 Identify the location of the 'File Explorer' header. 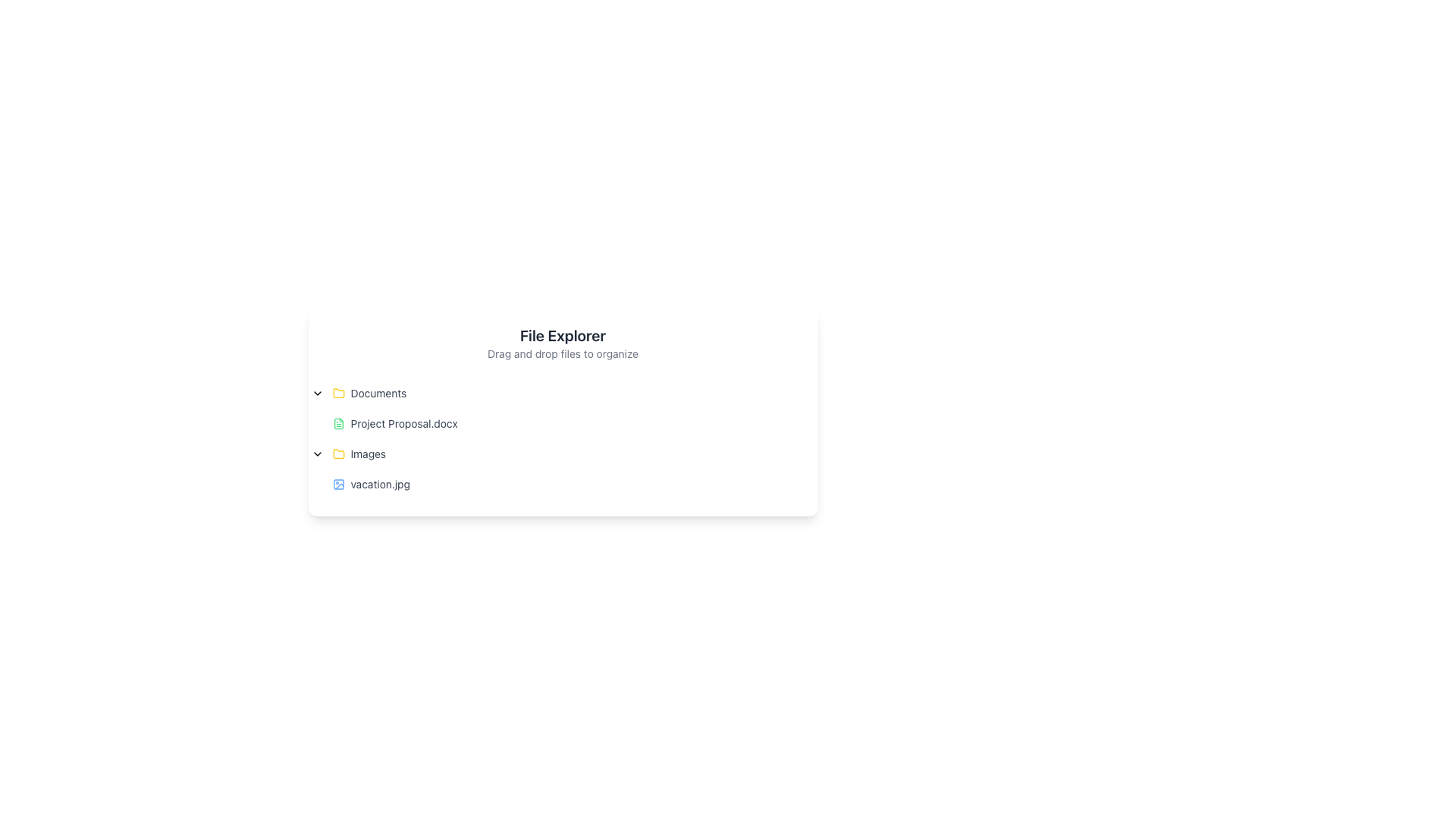
(562, 343).